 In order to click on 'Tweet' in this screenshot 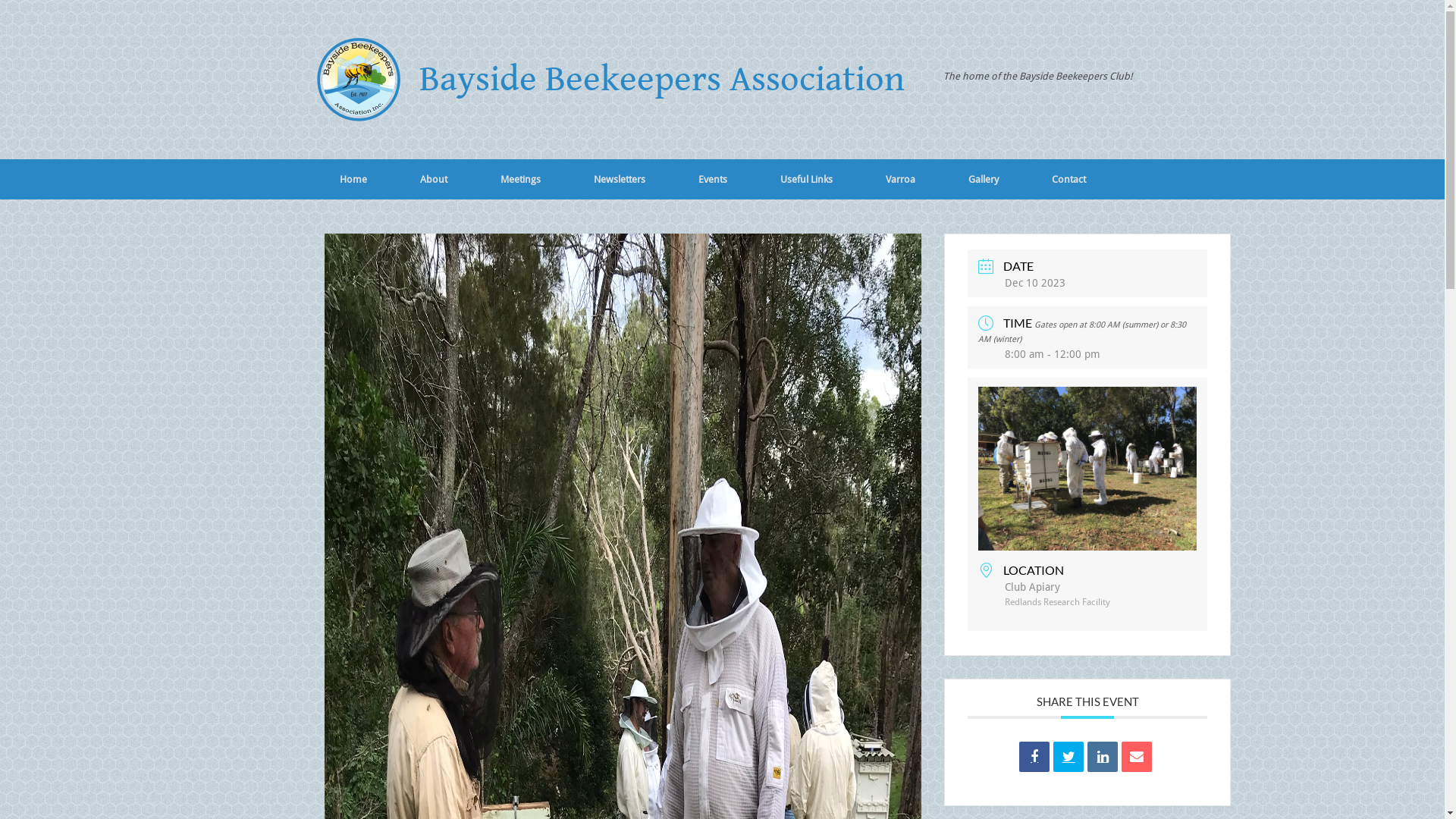, I will do `click(1068, 757)`.